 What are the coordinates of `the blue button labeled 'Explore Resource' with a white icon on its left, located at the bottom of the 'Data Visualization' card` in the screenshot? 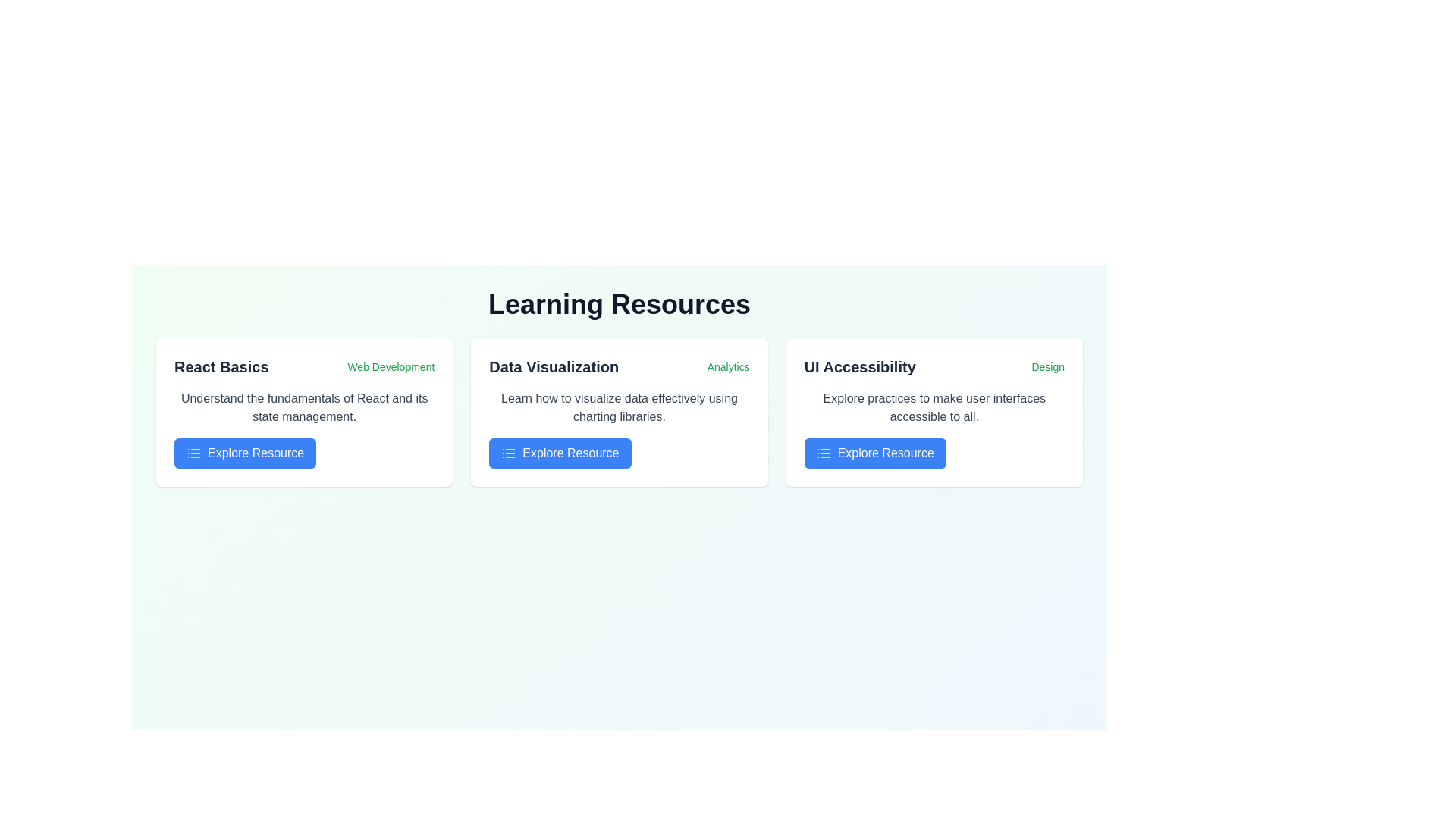 It's located at (559, 452).